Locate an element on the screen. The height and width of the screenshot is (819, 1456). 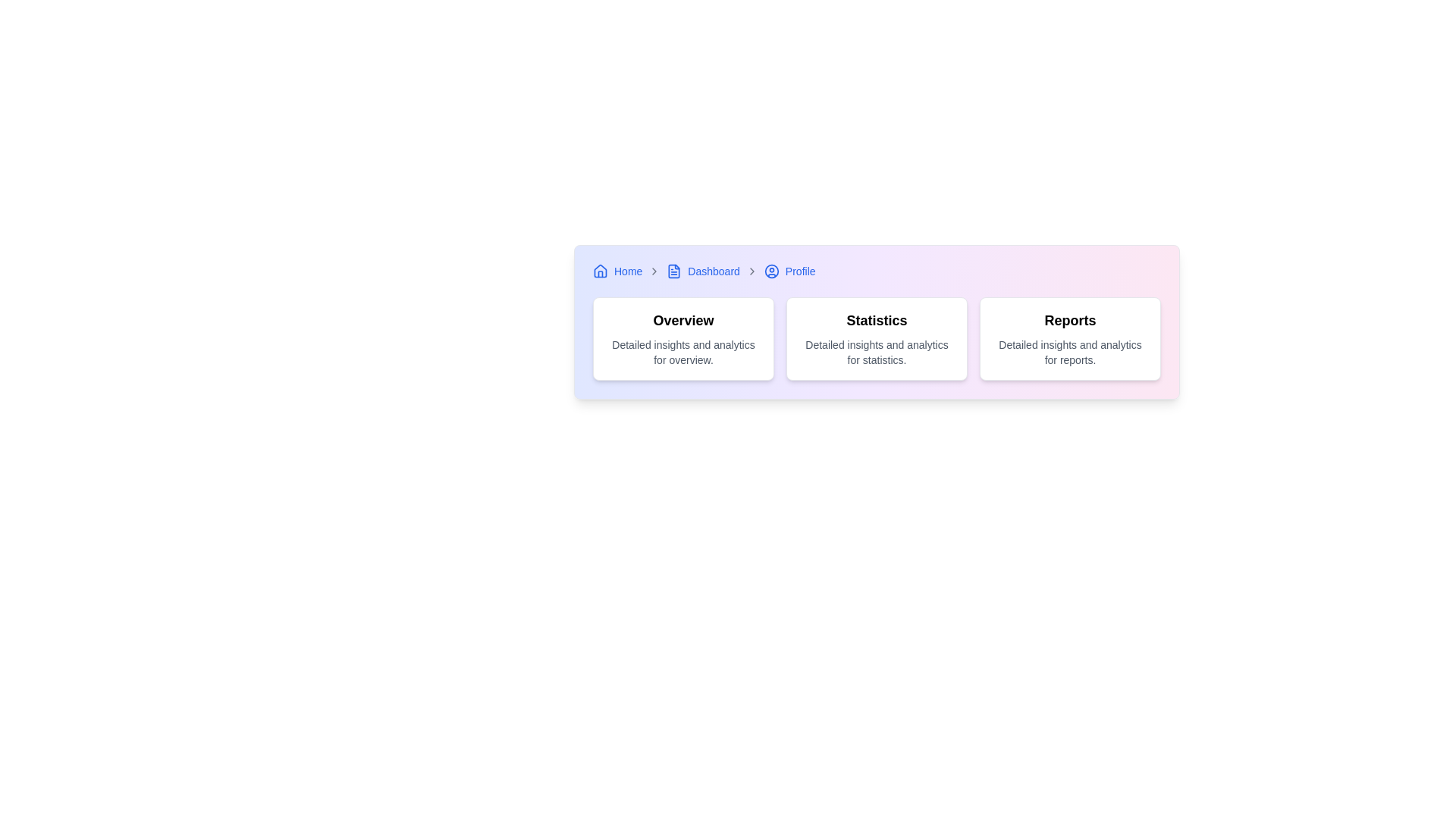
the text block styled in a smaller, gray font below the 'Reports' heading, which contains the description 'Detailed insights and analytics for reports.' is located at coordinates (1069, 353).